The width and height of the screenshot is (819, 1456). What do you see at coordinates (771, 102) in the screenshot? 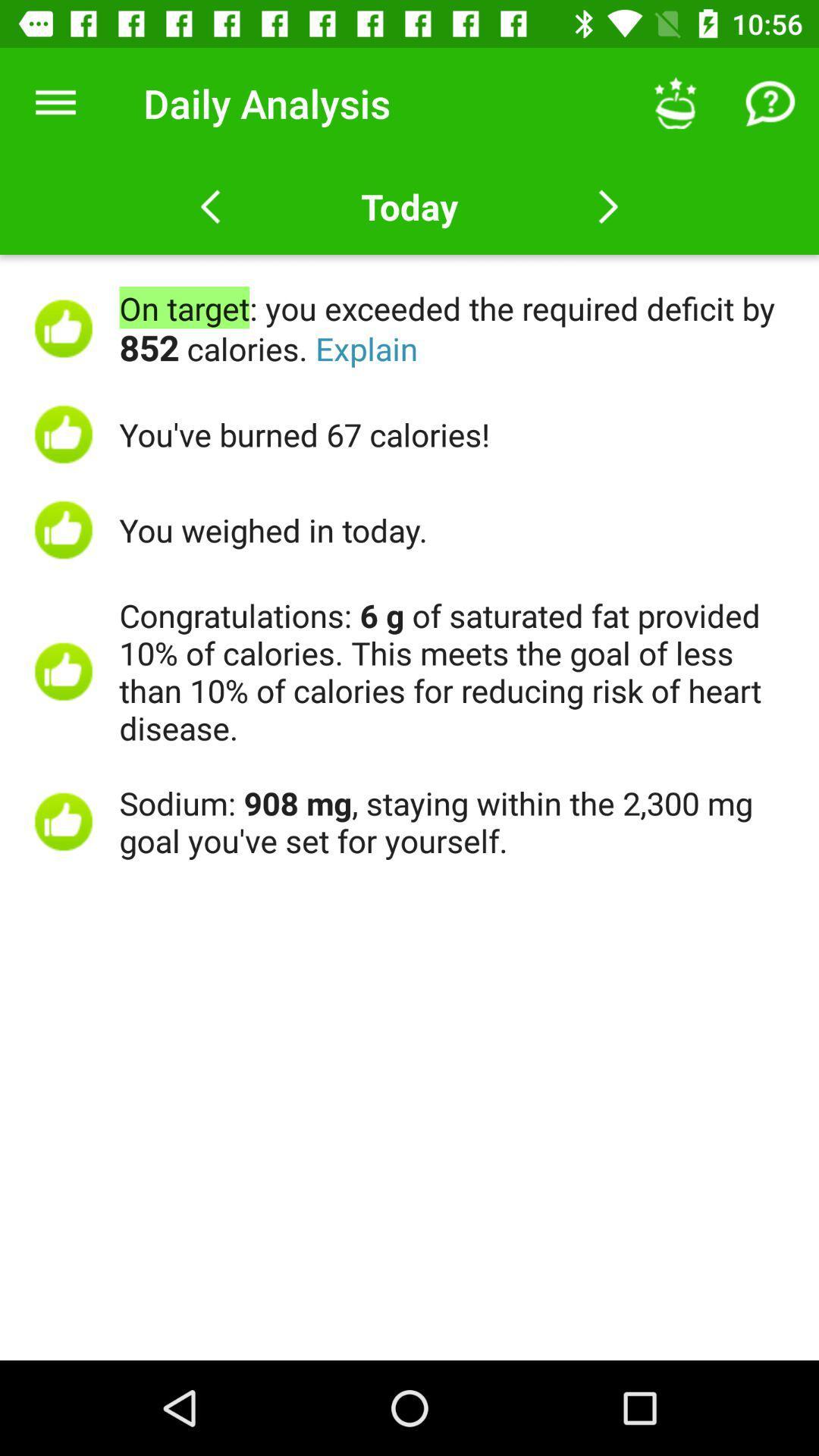
I see `item above the on target you item` at bounding box center [771, 102].